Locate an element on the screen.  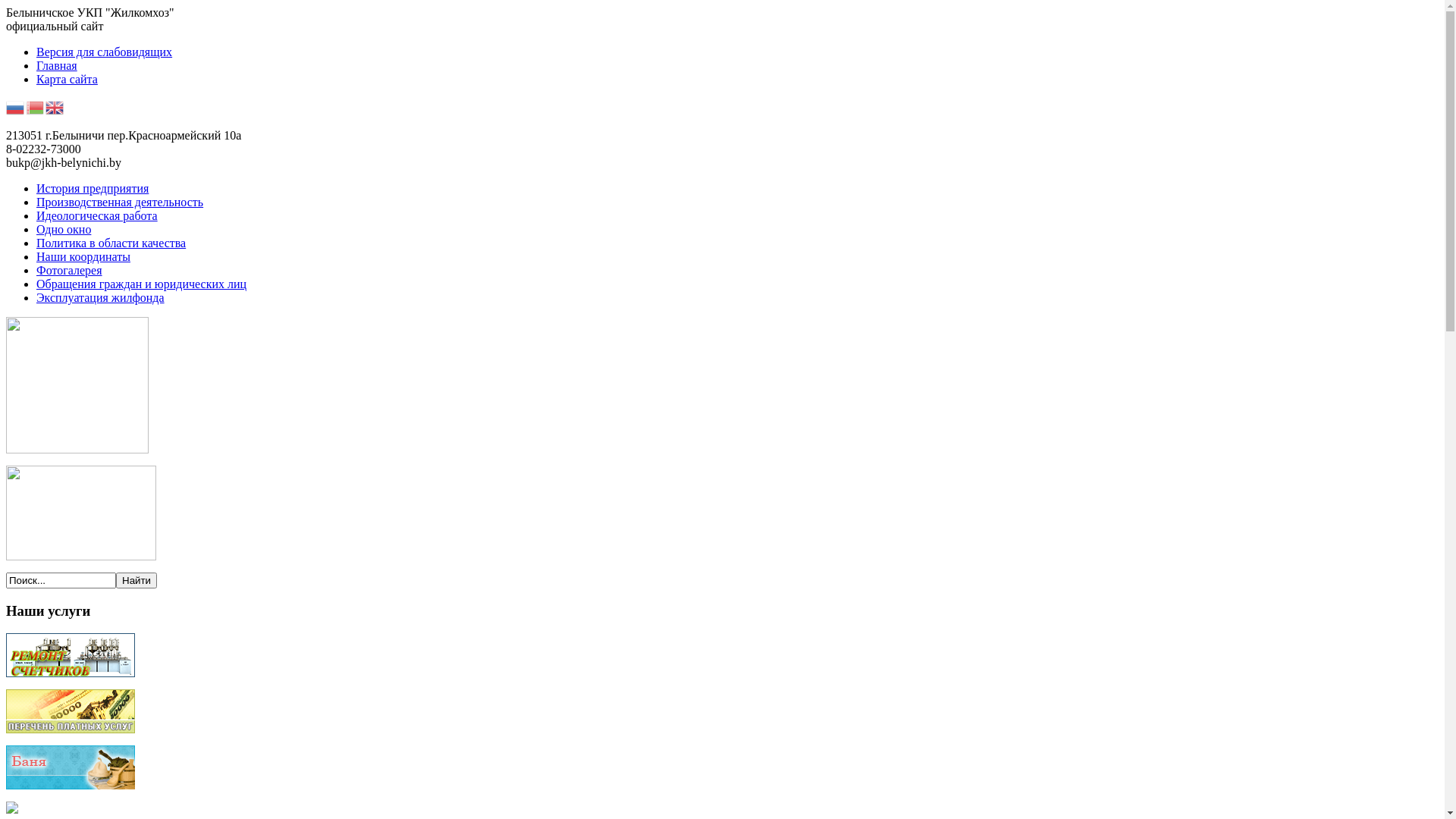
'English' is located at coordinates (45, 105).